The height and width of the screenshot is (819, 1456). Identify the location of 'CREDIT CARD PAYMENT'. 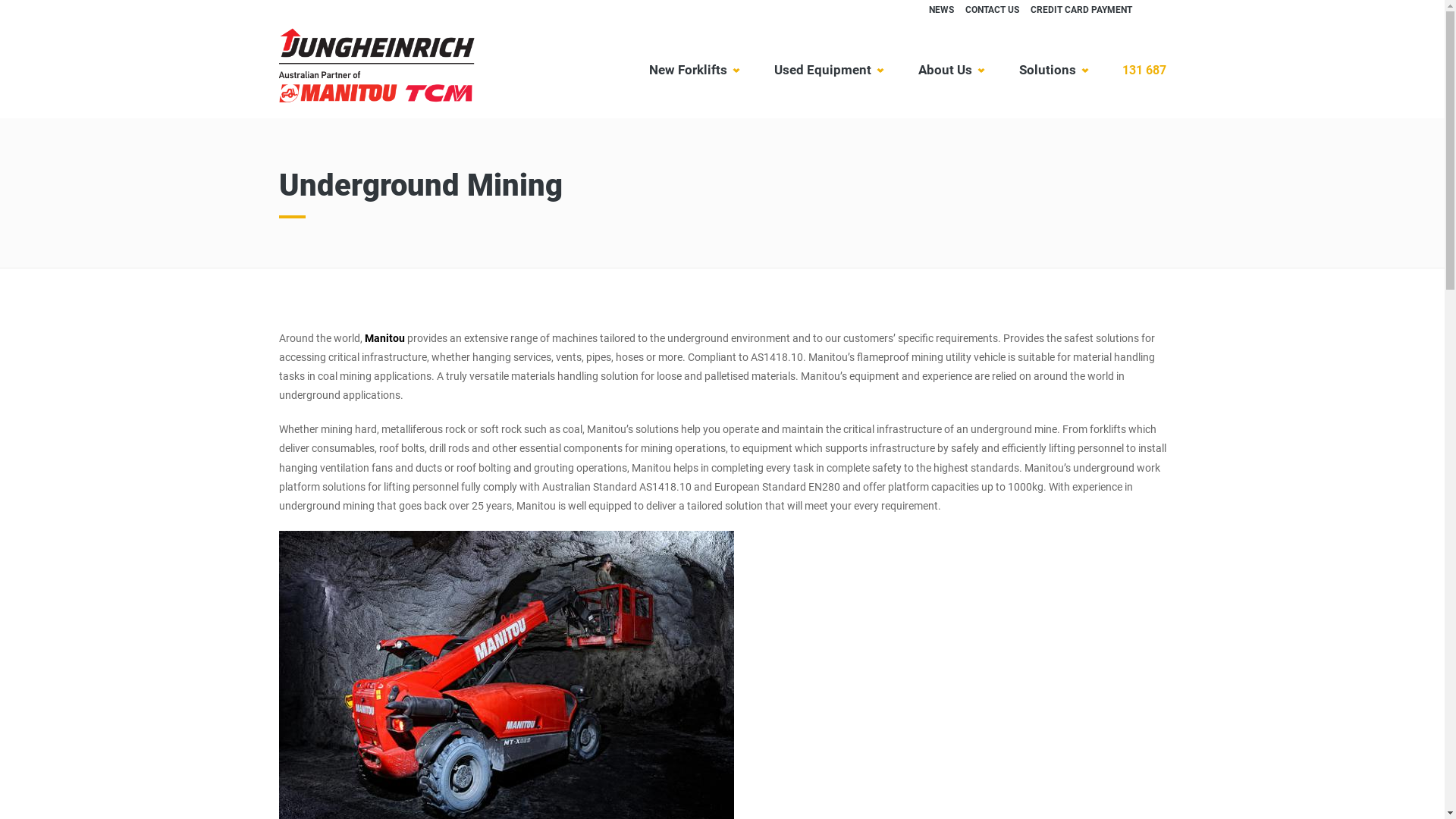
(1080, 9).